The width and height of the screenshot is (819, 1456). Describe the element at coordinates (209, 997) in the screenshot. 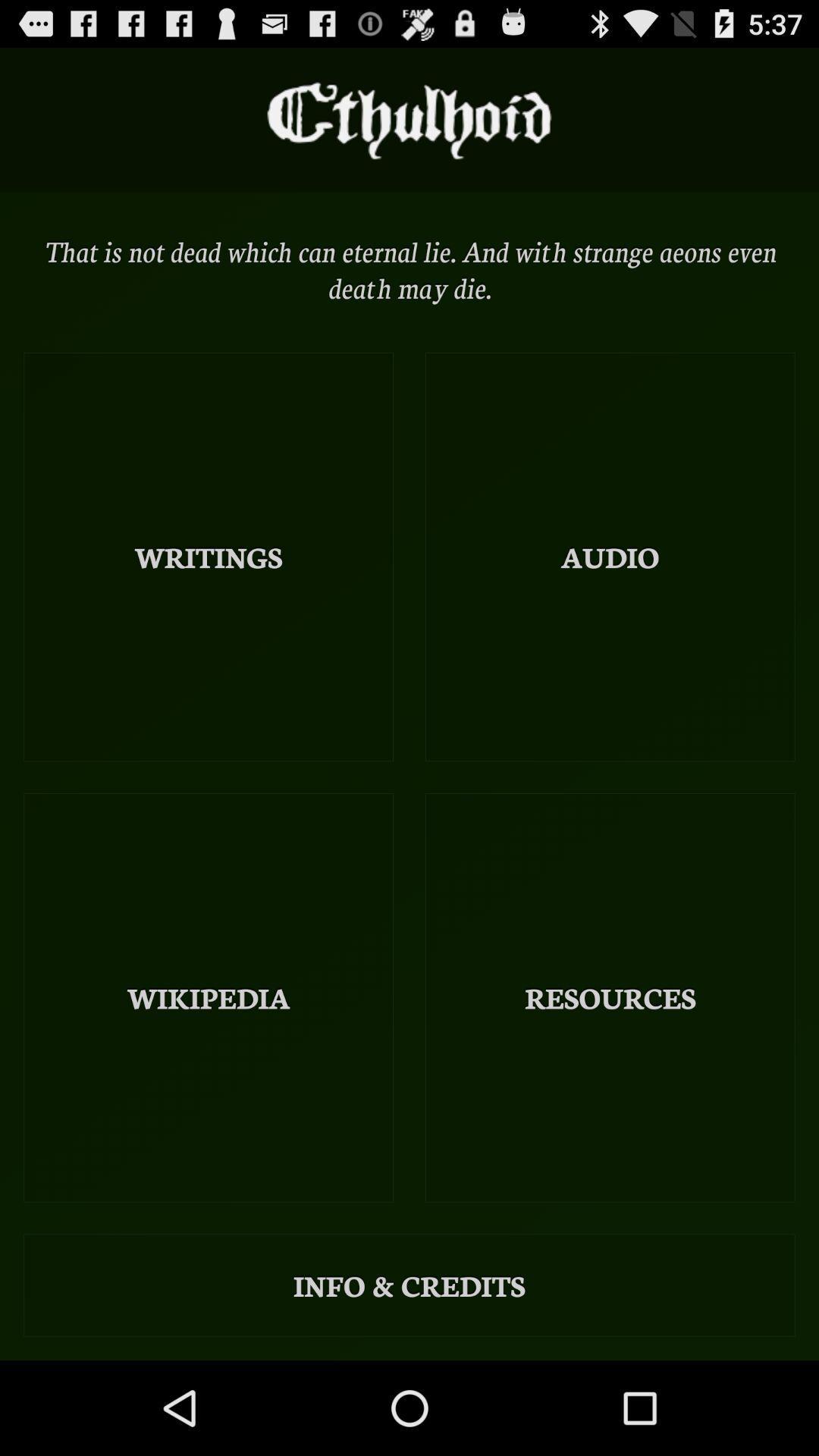

I see `the item above the info & credits icon` at that location.